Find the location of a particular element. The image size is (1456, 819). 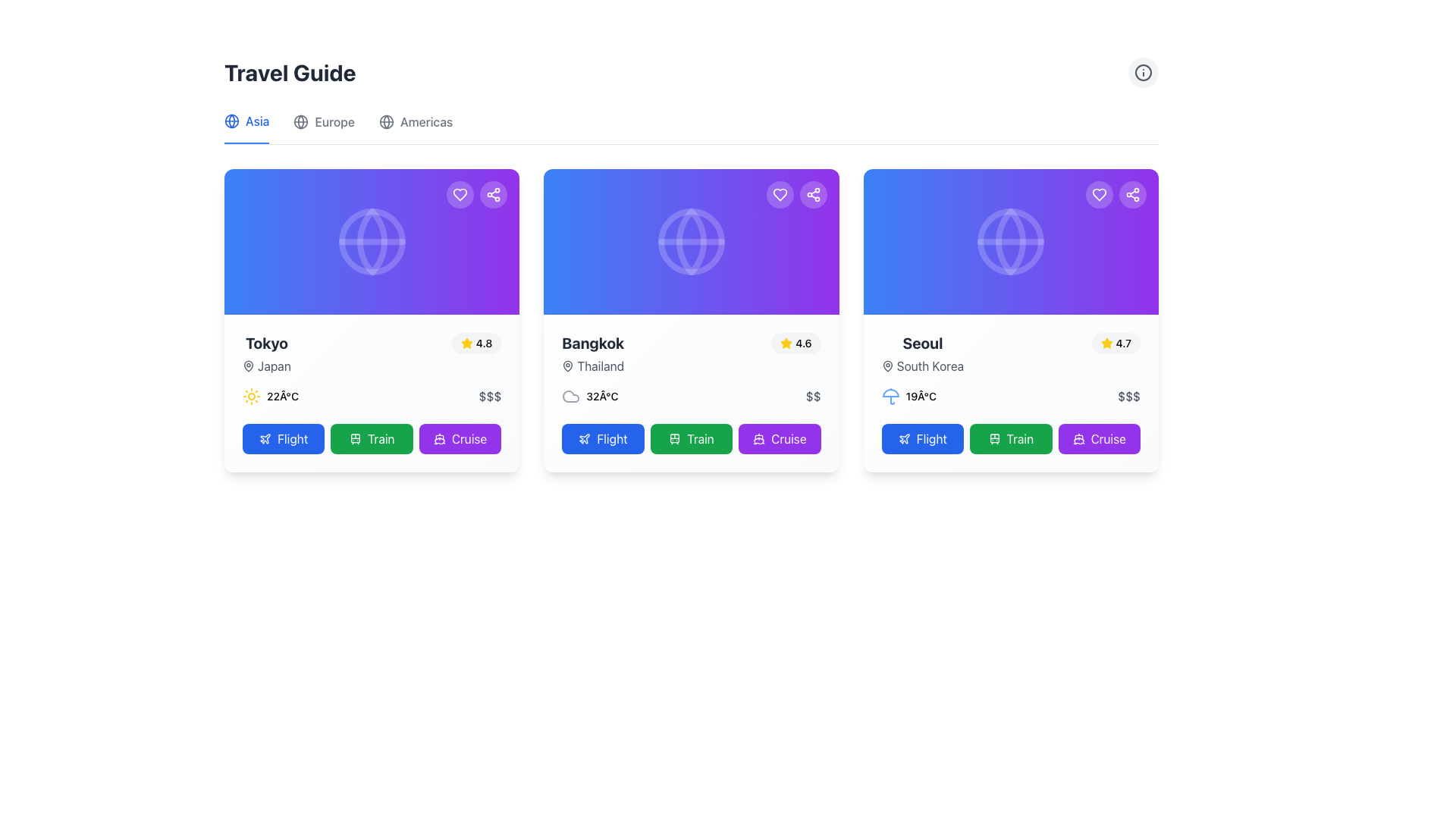

the Decorative Icon located in the upper section of the Bangkok card, which is the second card in a row of horizontally aligned cards is located at coordinates (691, 241).